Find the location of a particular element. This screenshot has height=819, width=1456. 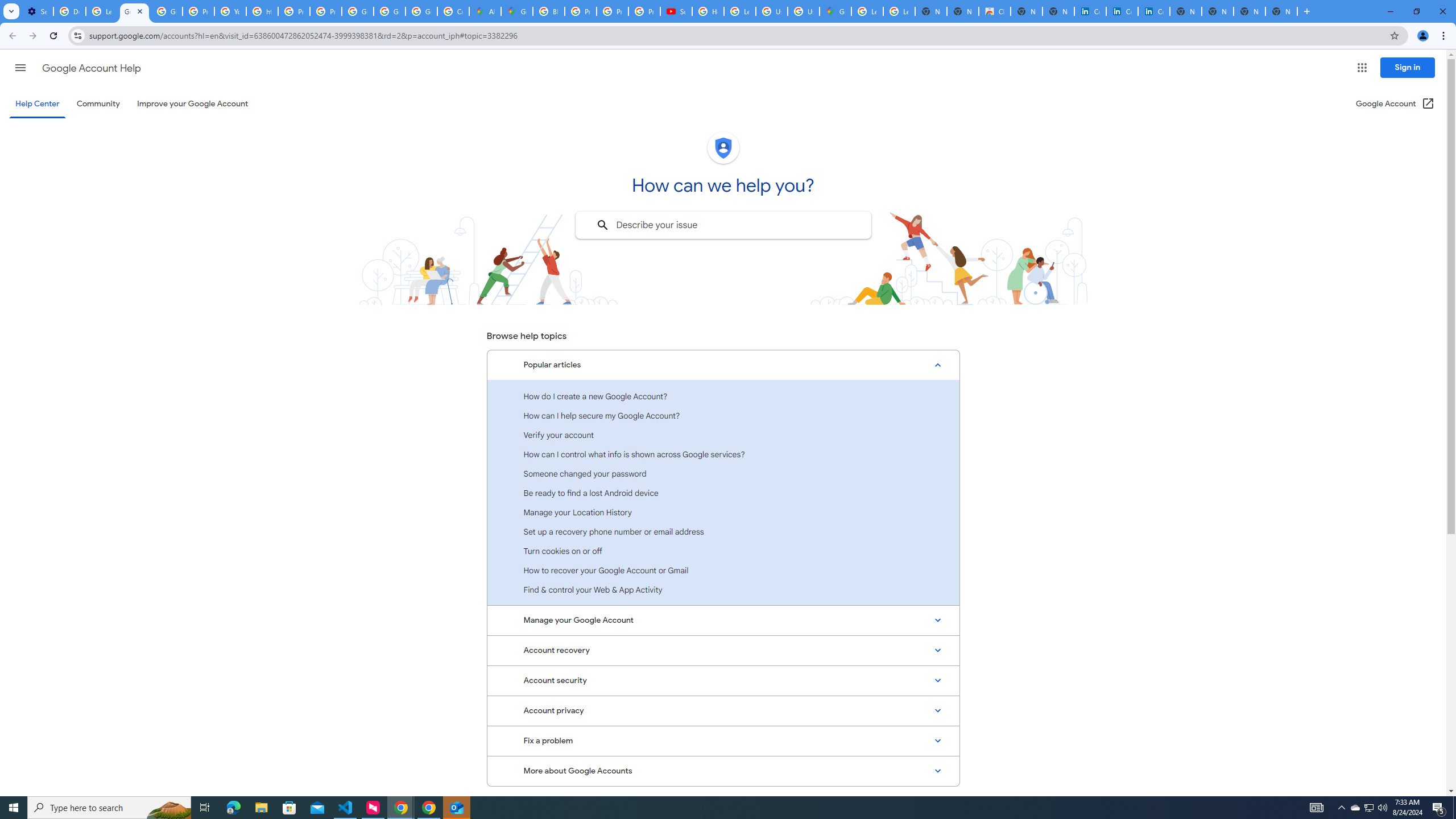

'Verify your account' is located at coordinates (723, 434).